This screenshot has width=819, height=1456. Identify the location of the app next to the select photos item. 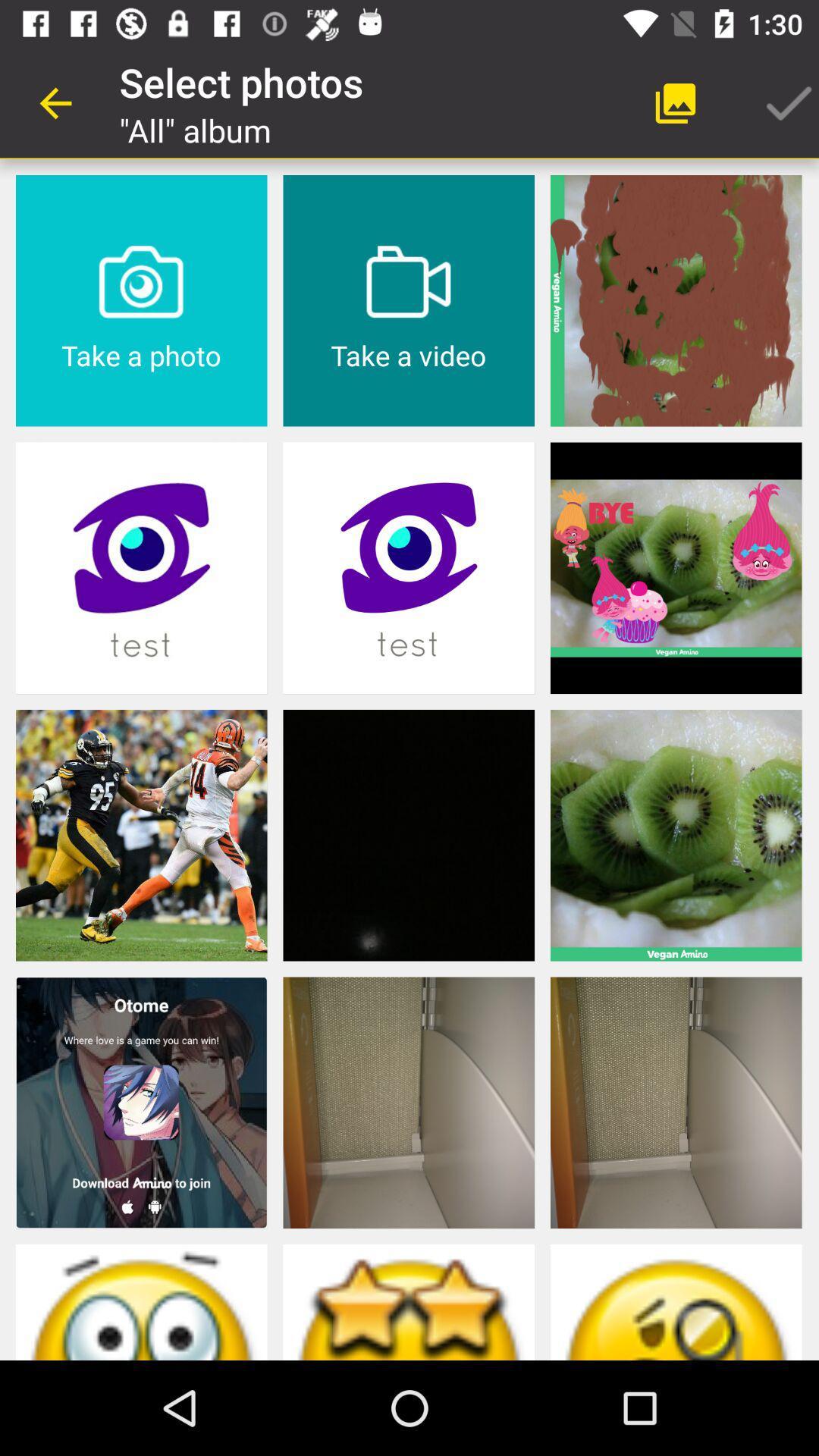
(675, 102).